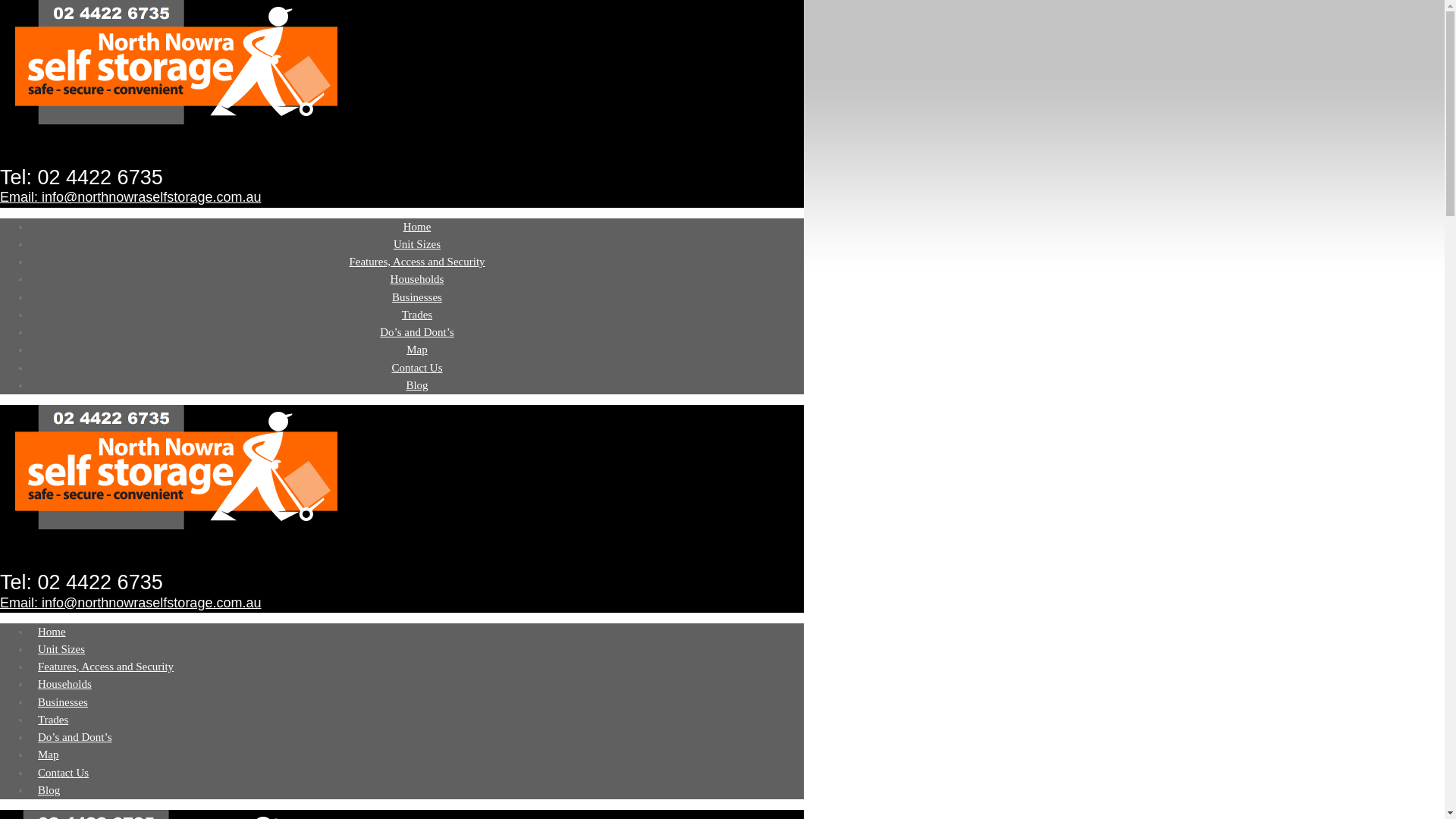  Describe the element at coordinates (130, 196) in the screenshot. I see `'Email: info@northnowraselfstorage.com.au'` at that location.